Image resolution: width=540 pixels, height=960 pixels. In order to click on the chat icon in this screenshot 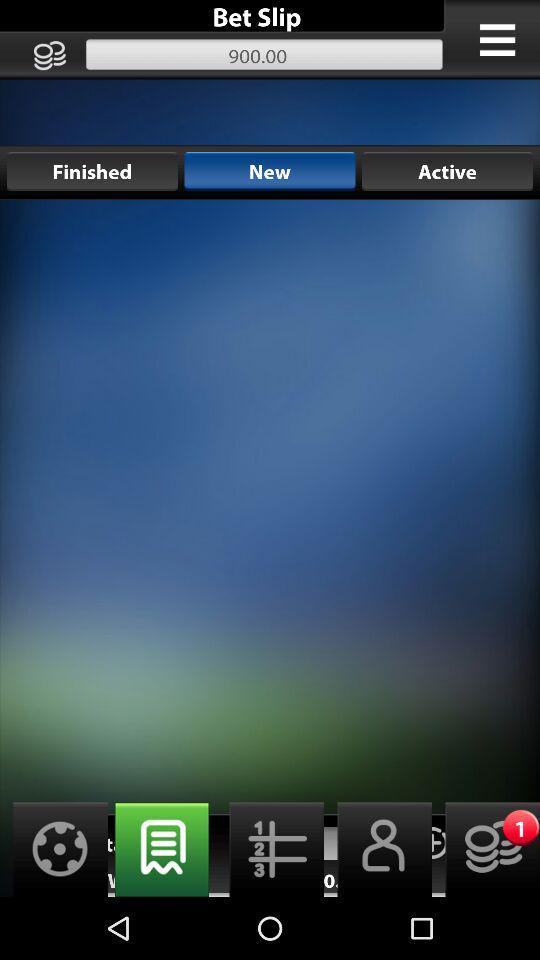, I will do `click(161, 909)`.